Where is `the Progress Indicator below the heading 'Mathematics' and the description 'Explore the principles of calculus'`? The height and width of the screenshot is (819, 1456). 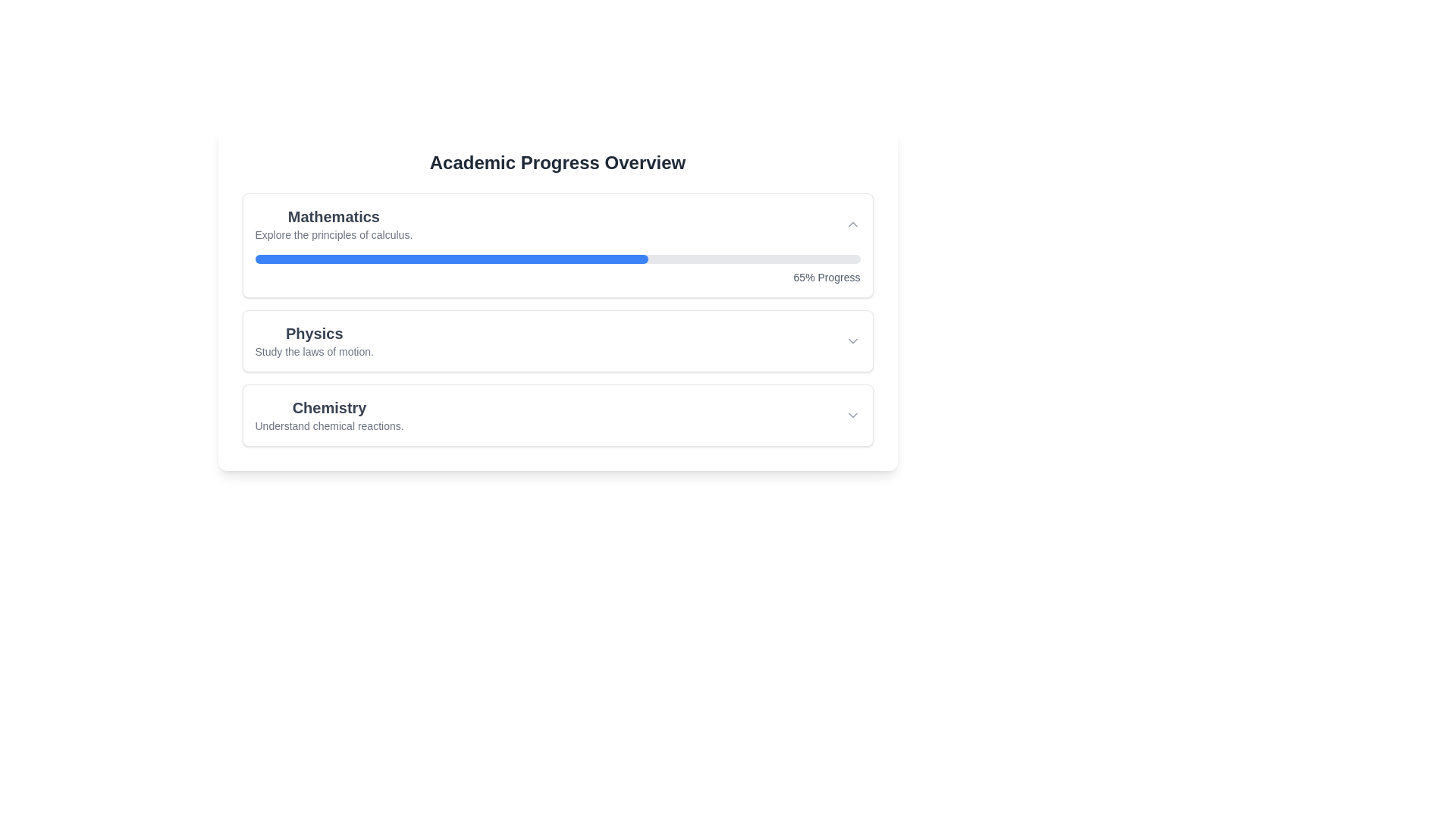
the Progress Indicator below the heading 'Mathematics' and the description 'Explore the principles of calculus' is located at coordinates (557, 268).